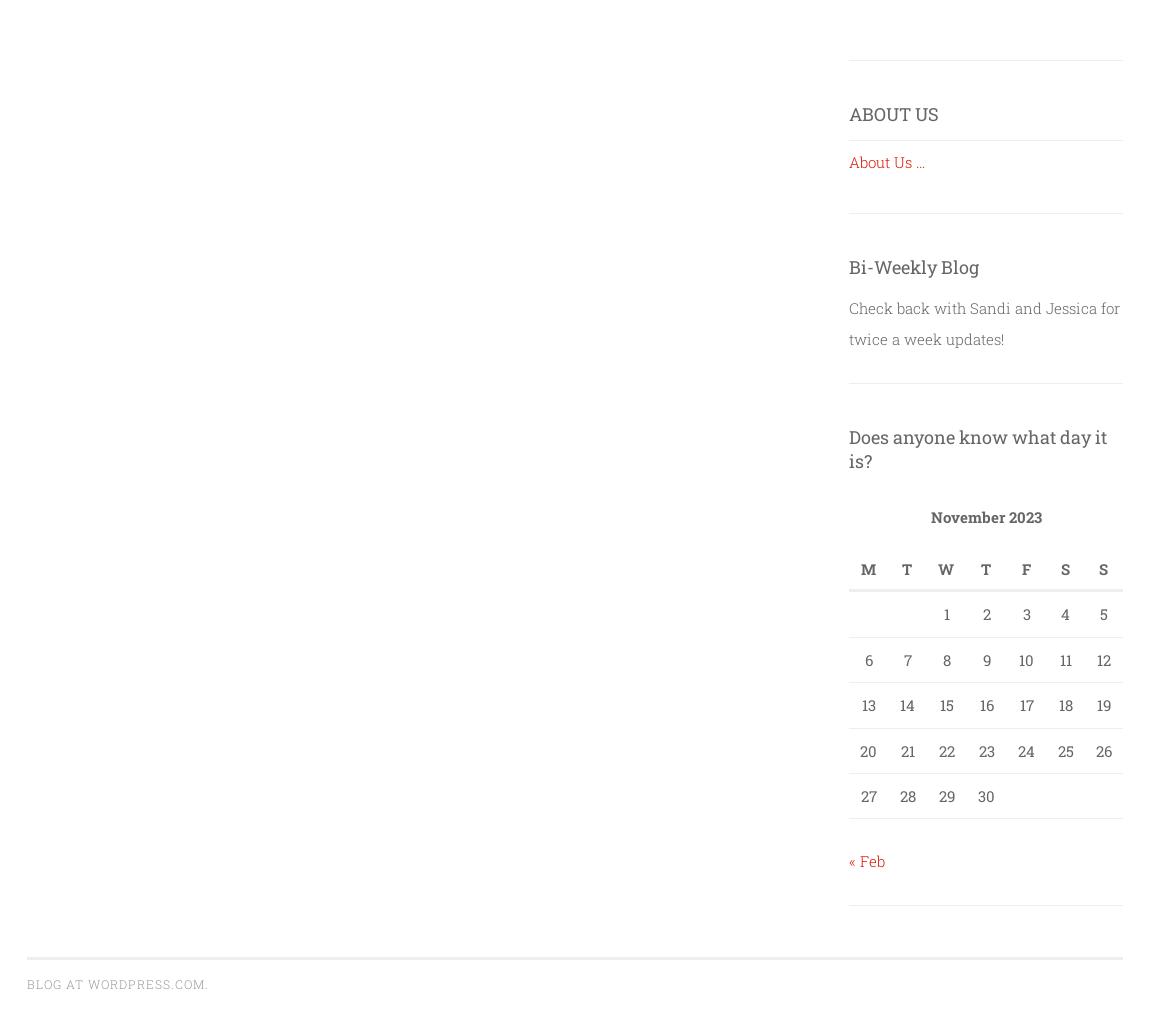  I want to click on '19', so click(1102, 704).